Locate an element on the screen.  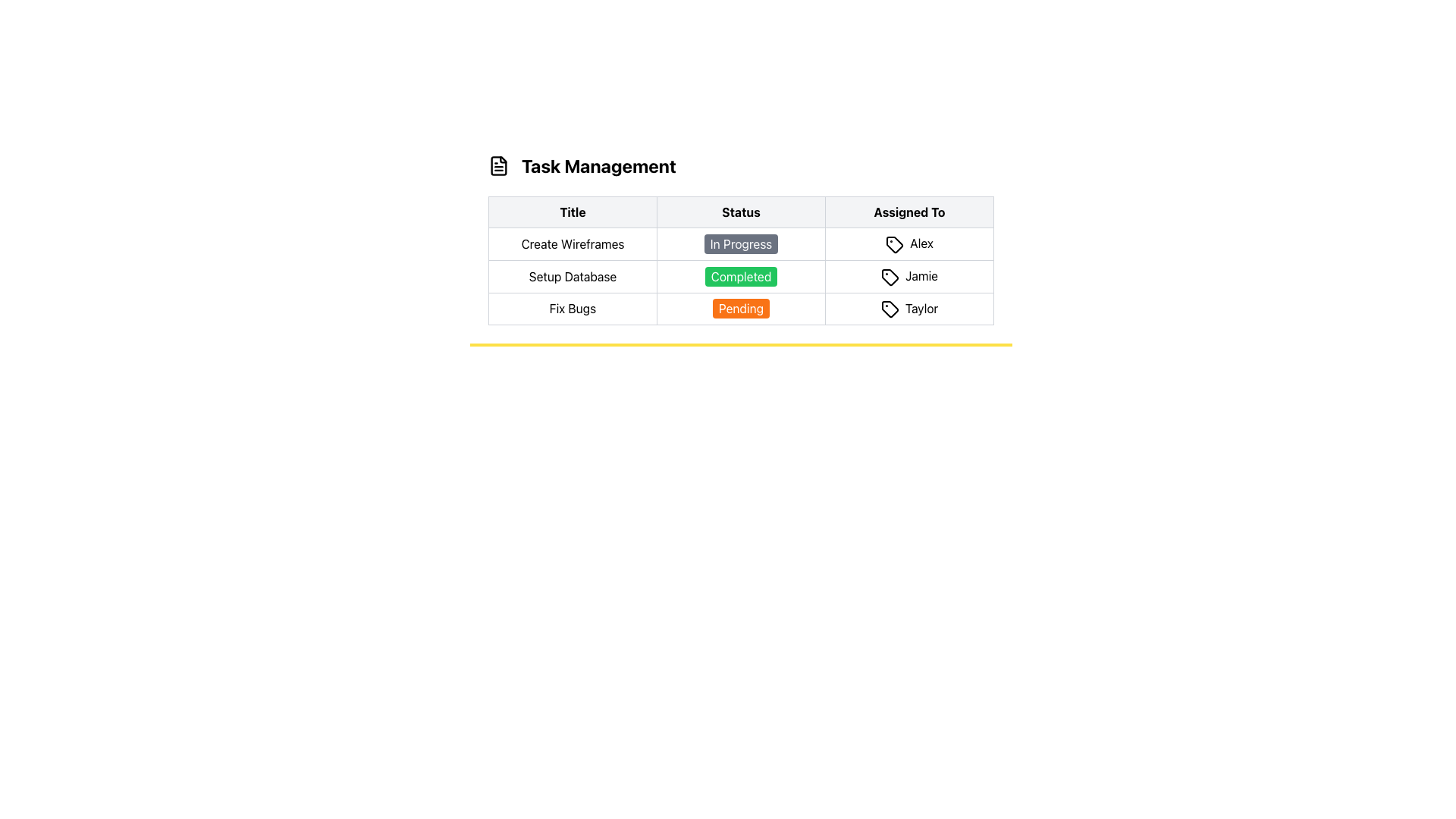
the Text Label displaying the title of a task in the task management table, located in the first row under the 'Title' column is located at coordinates (572, 243).